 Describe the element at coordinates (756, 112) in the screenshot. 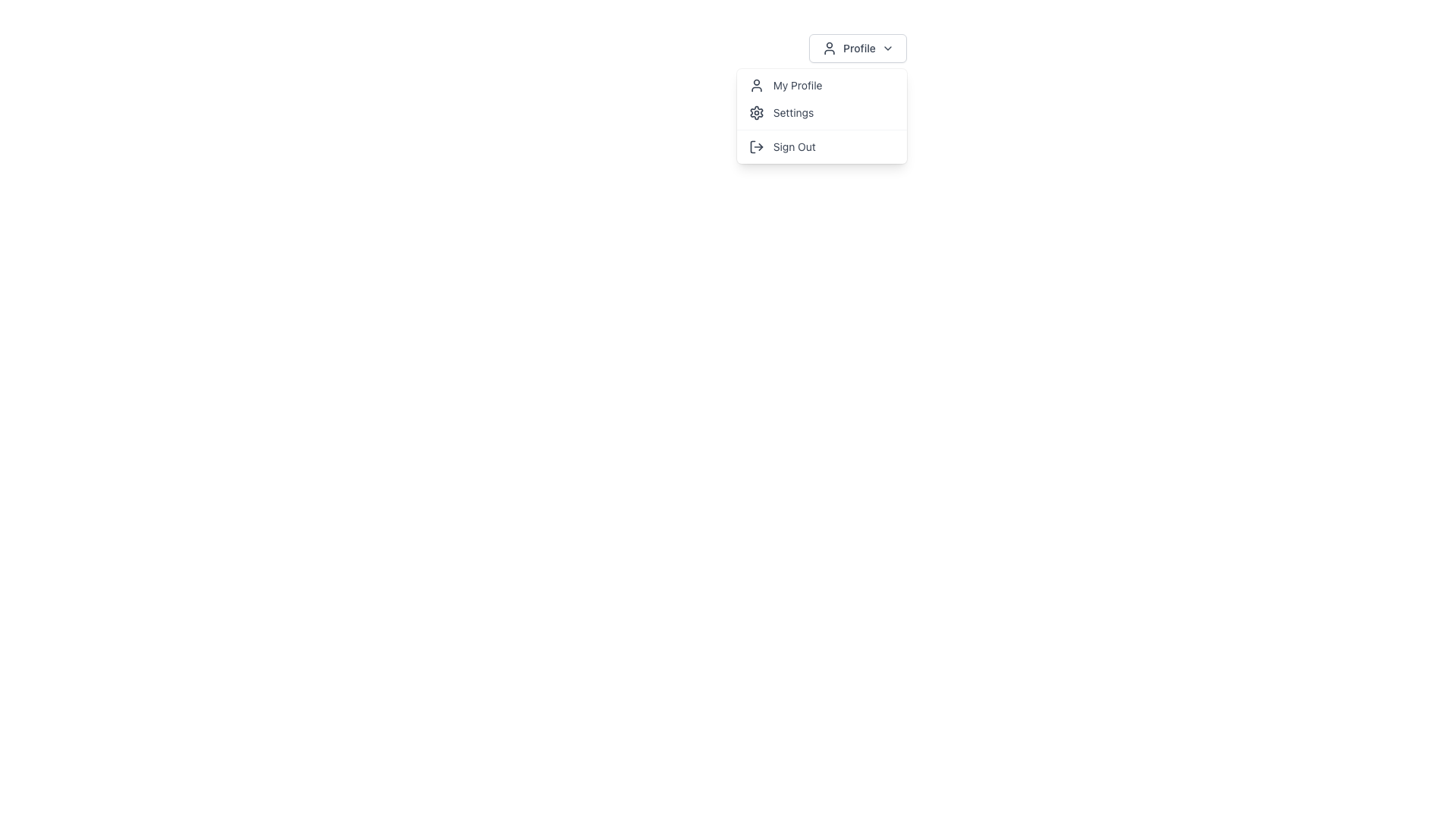

I see `the 'Settings' icon located to the left of the 'Settings' option in the dropdown menu below the 'Profile' button` at that location.